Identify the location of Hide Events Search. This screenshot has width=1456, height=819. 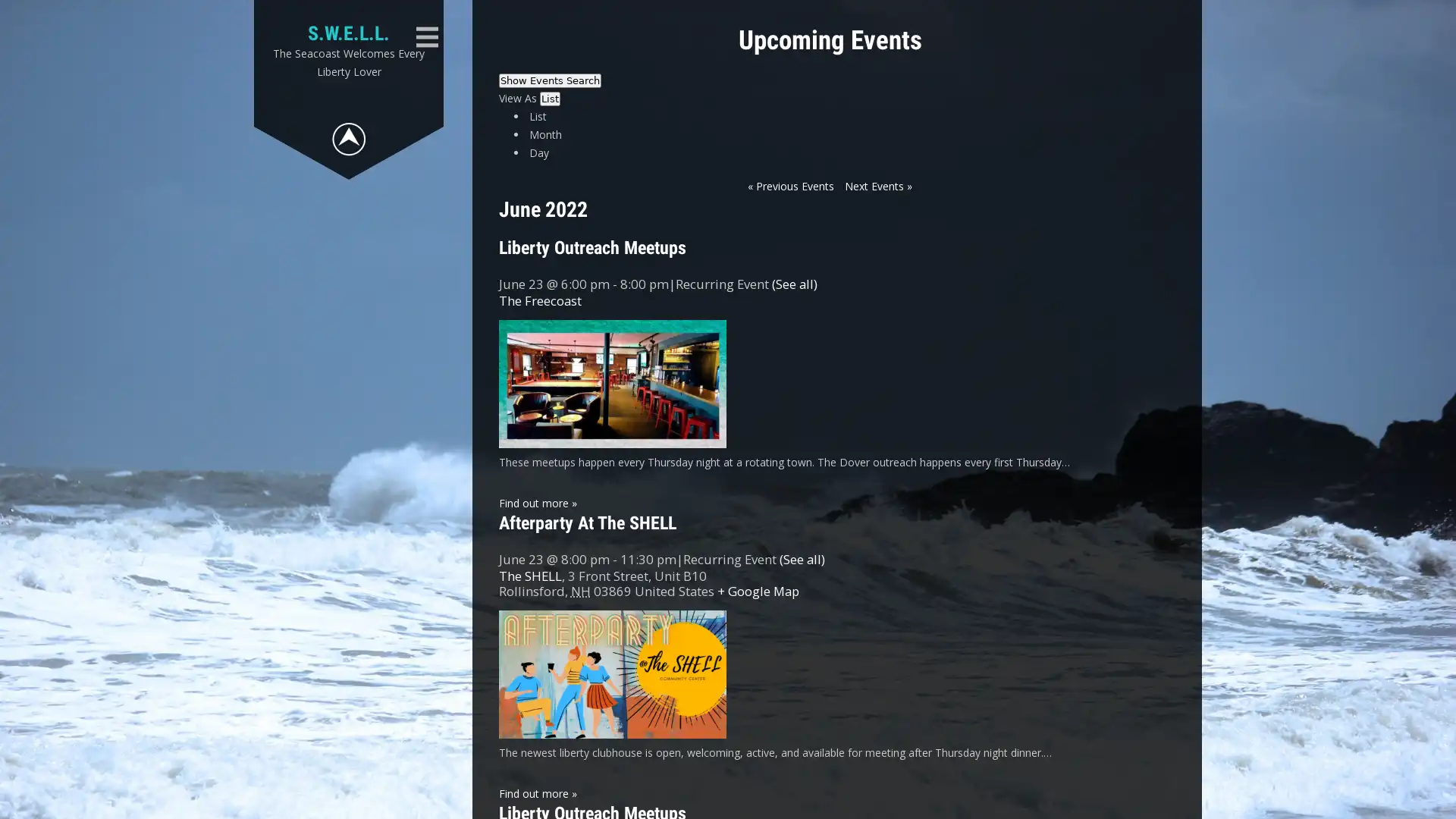
(546, 80).